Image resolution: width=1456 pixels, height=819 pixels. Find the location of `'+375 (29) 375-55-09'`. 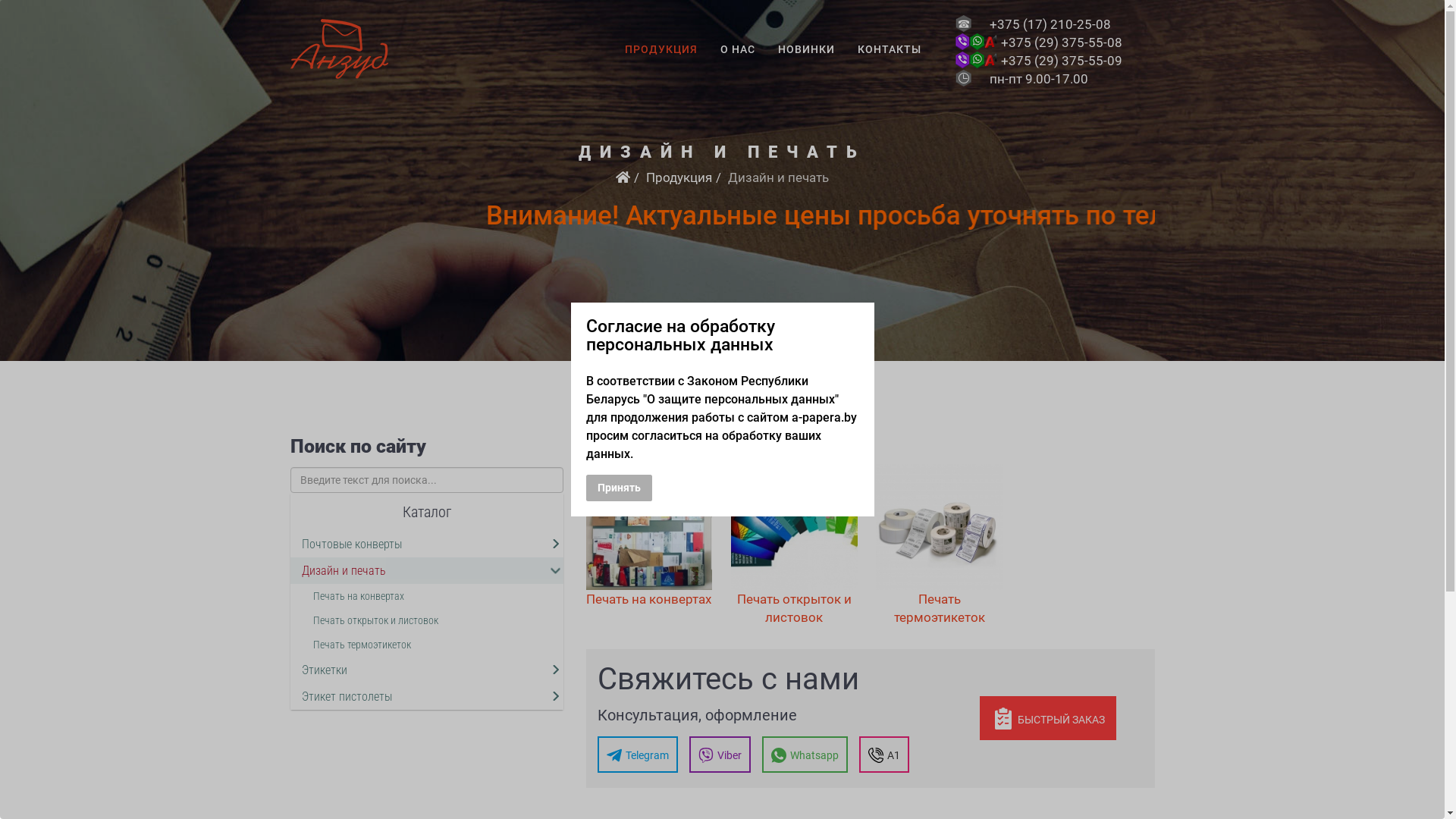

'+375 (29) 375-55-09' is located at coordinates (1001, 60).